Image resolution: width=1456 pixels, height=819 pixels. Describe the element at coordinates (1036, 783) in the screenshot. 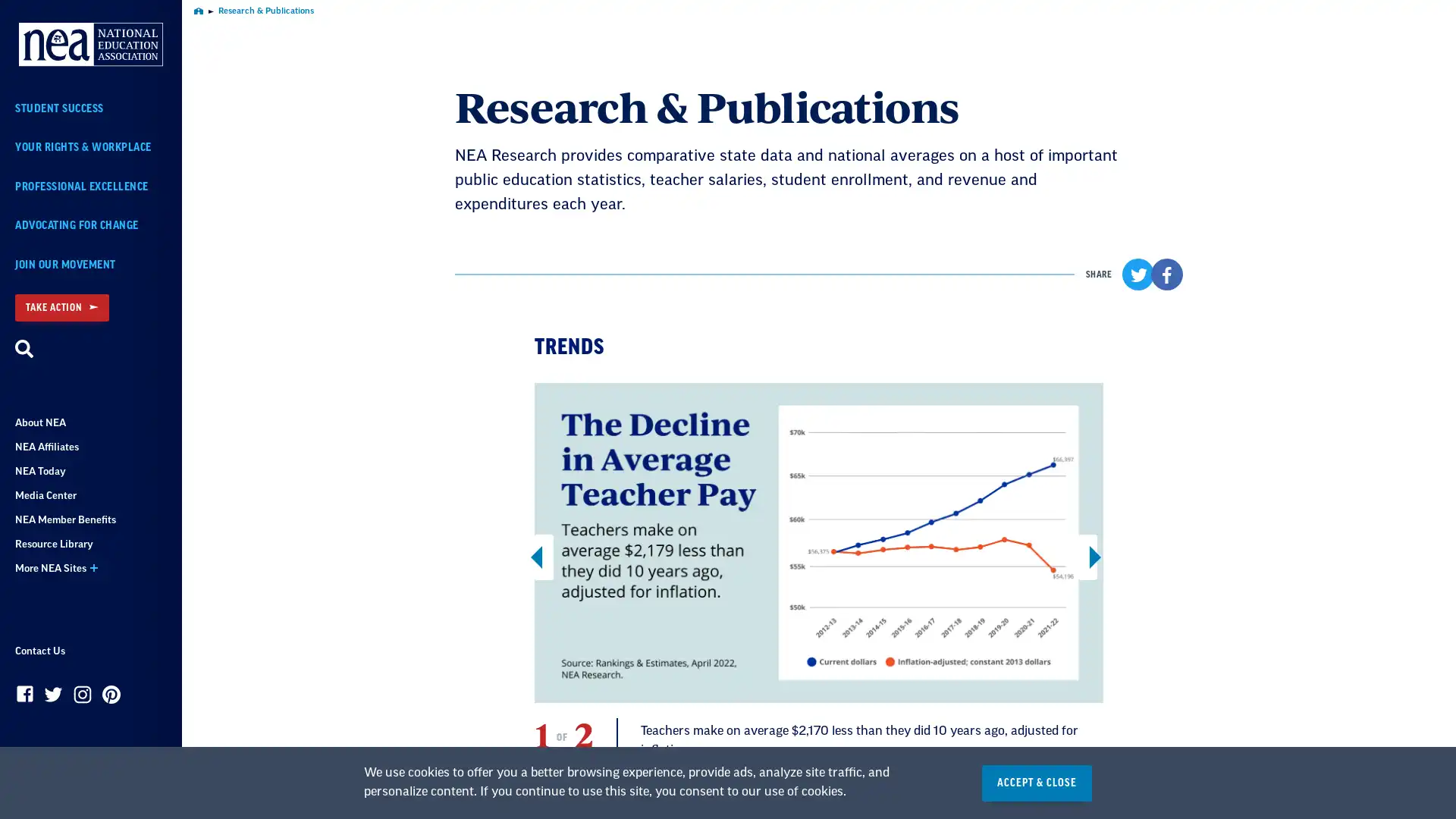

I see `ACCEPT & CLOSE` at that location.